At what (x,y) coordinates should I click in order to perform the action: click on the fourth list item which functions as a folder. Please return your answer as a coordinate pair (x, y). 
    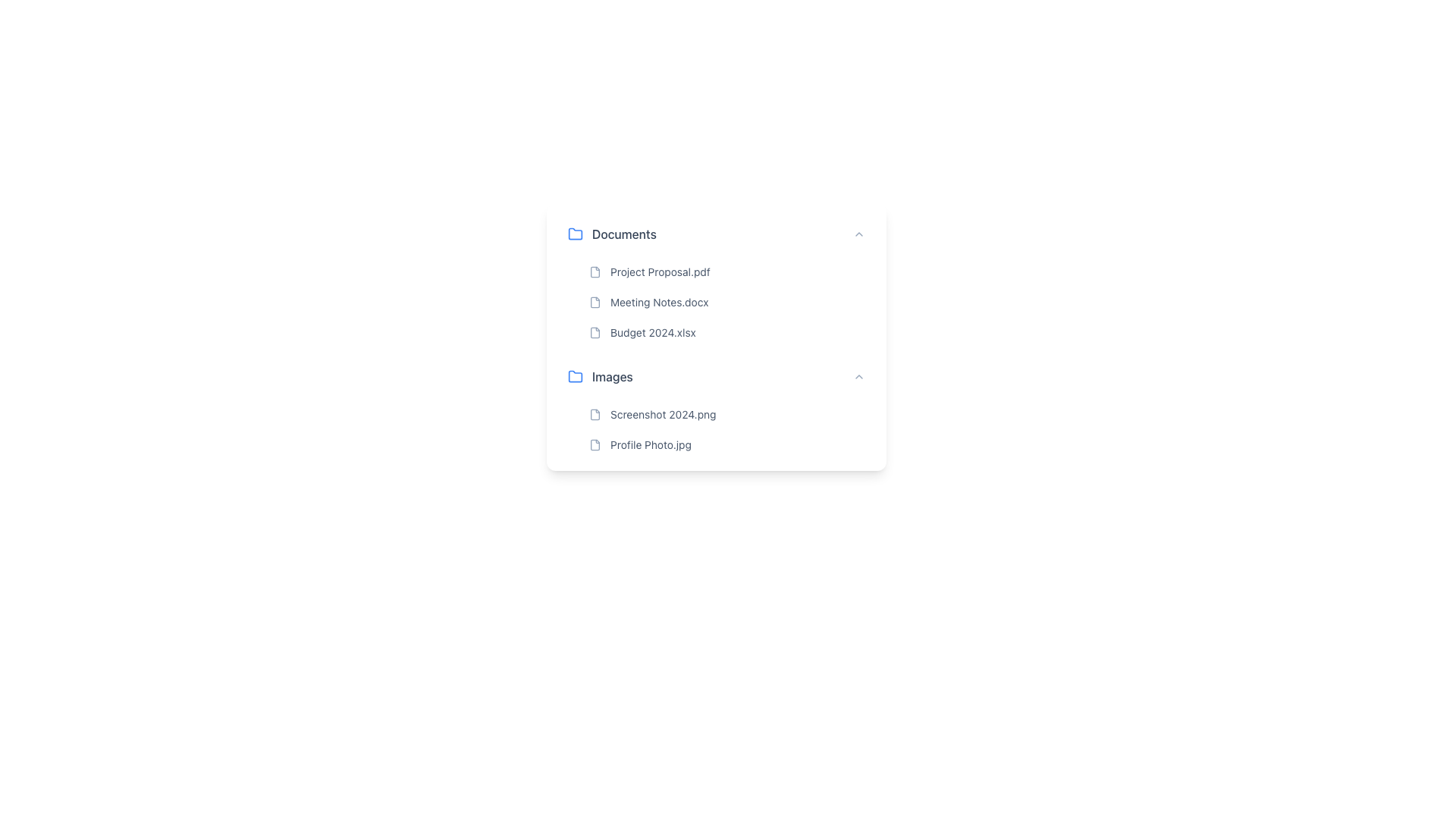
    Looking at the image, I should click on (716, 376).